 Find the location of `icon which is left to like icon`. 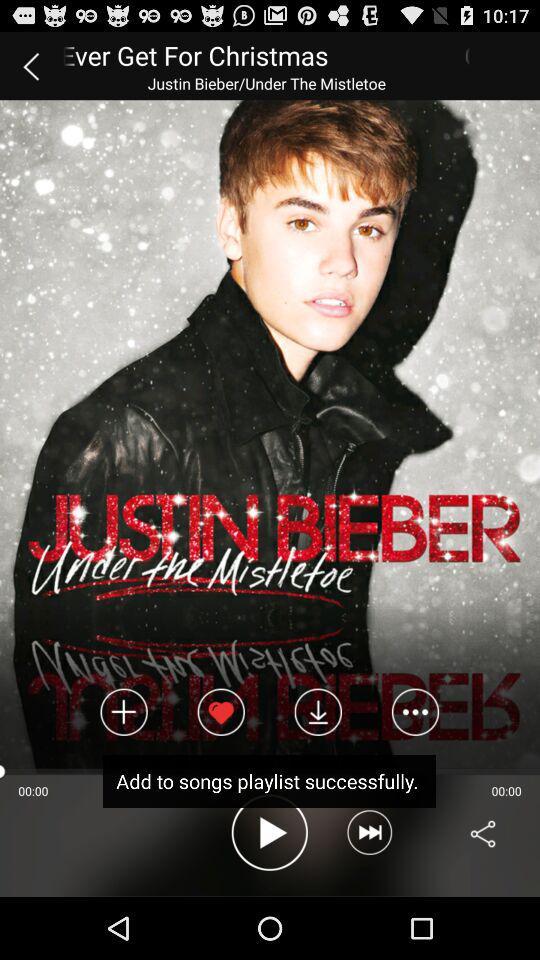

icon which is left to like icon is located at coordinates (124, 712).